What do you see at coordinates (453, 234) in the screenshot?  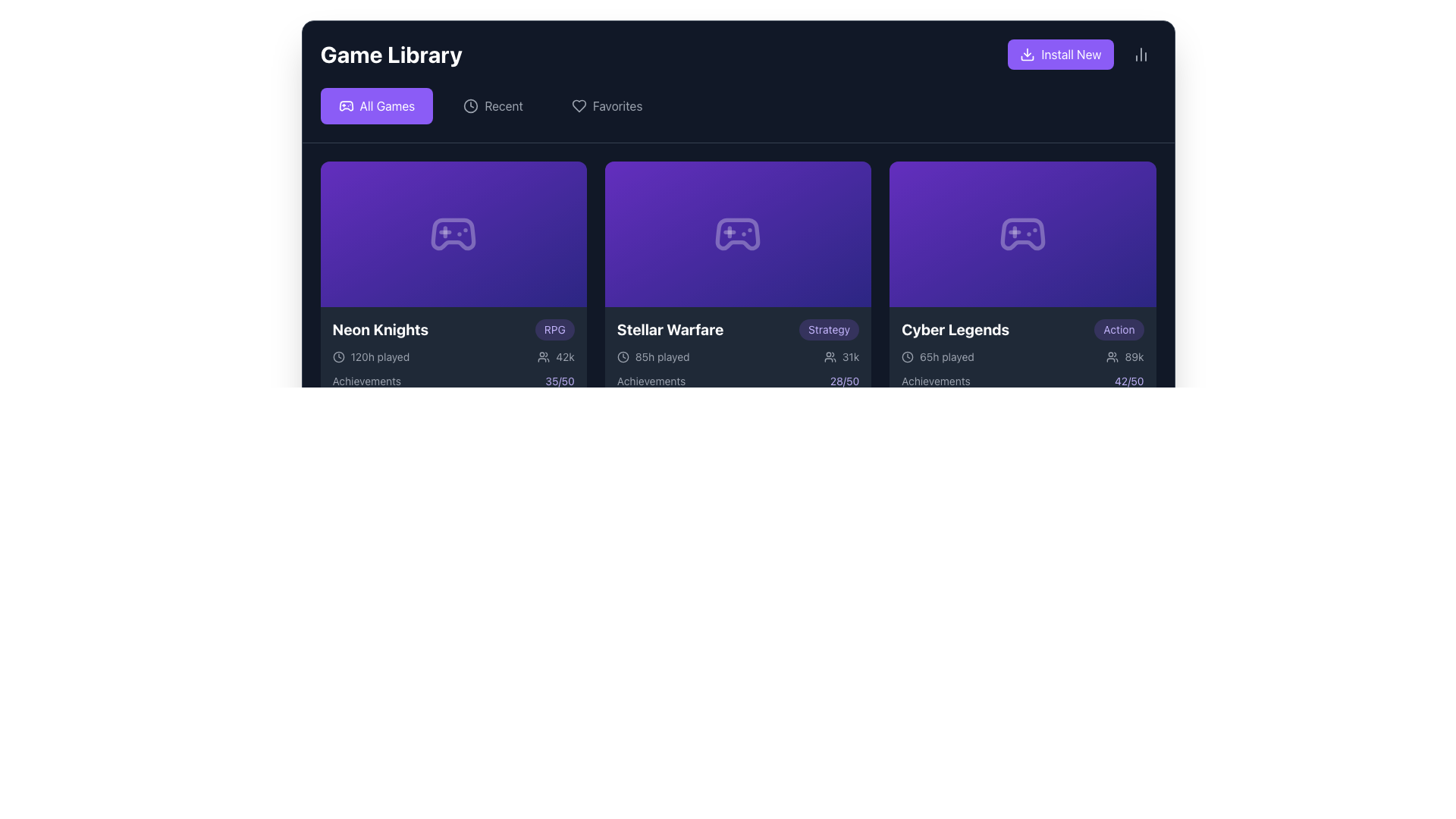 I see `the outlined game controller icon with rounded edges, styled in translucent white, located within the first game card under the 'Game Library' section` at bounding box center [453, 234].